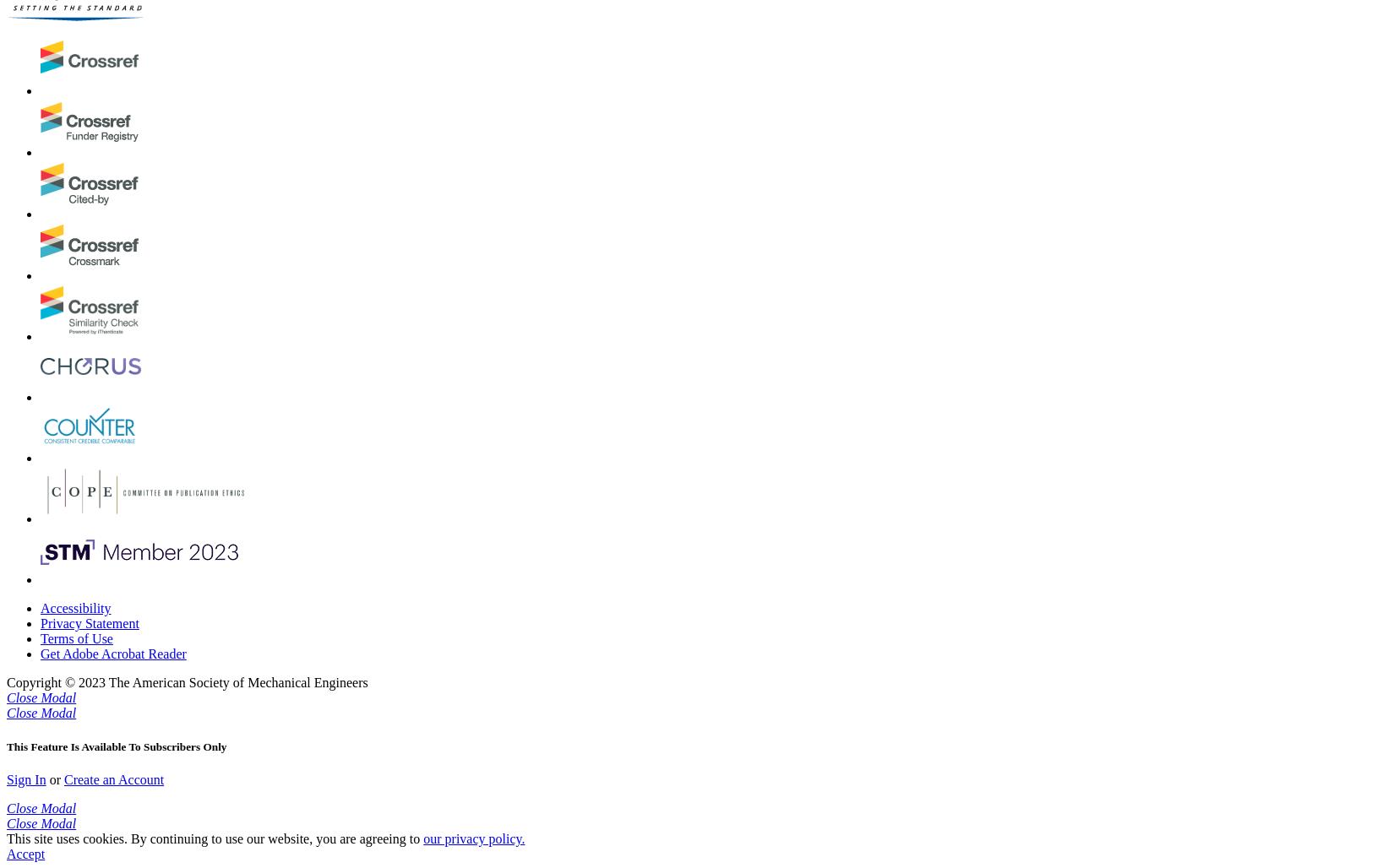 This screenshot has height=868, width=1399. Describe the element at coordinates (24, 778) in the screenshot. I see `'Sign In'` at that location.